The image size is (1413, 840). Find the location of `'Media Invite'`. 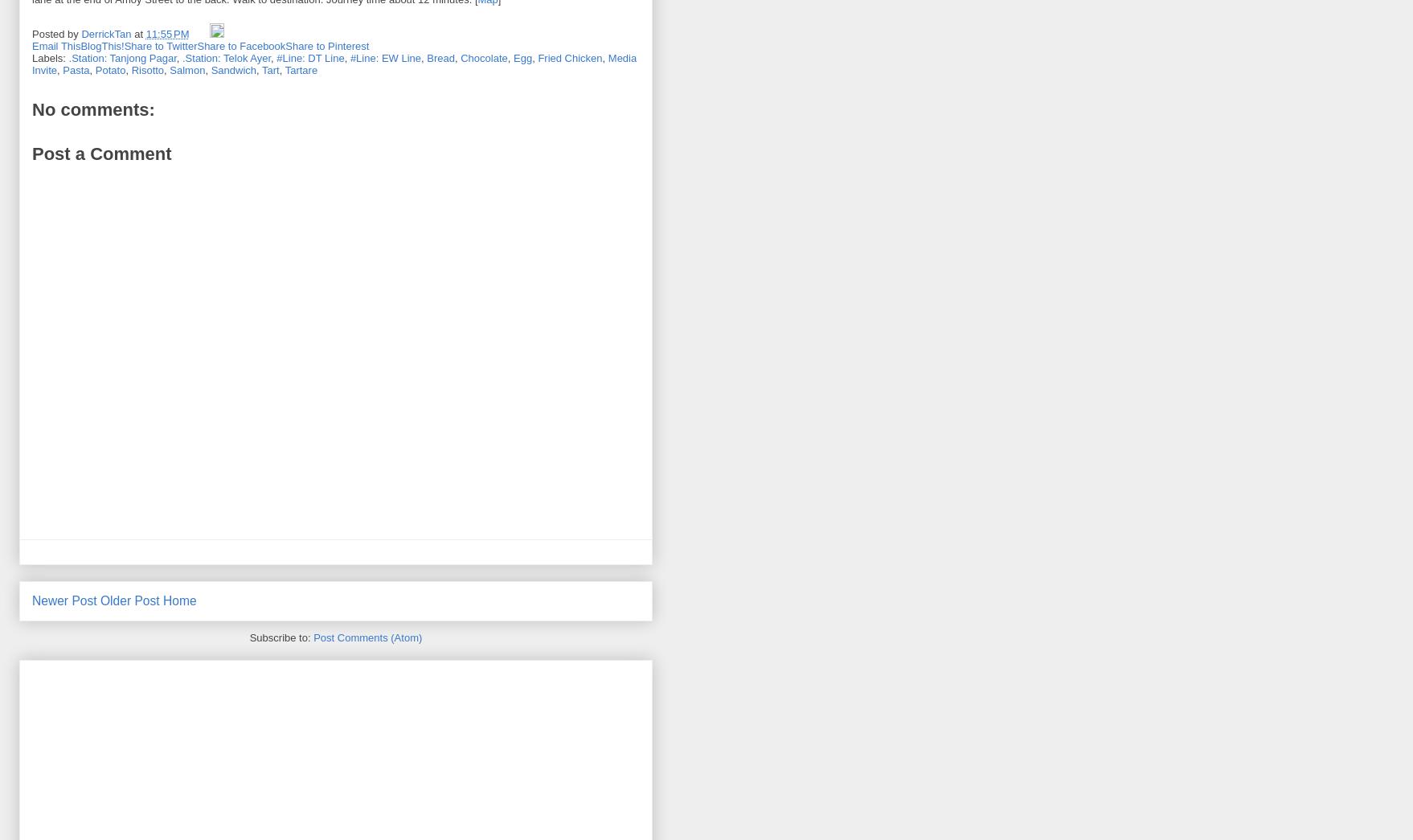

'Media Invite' is located at coordinates (334, 64).